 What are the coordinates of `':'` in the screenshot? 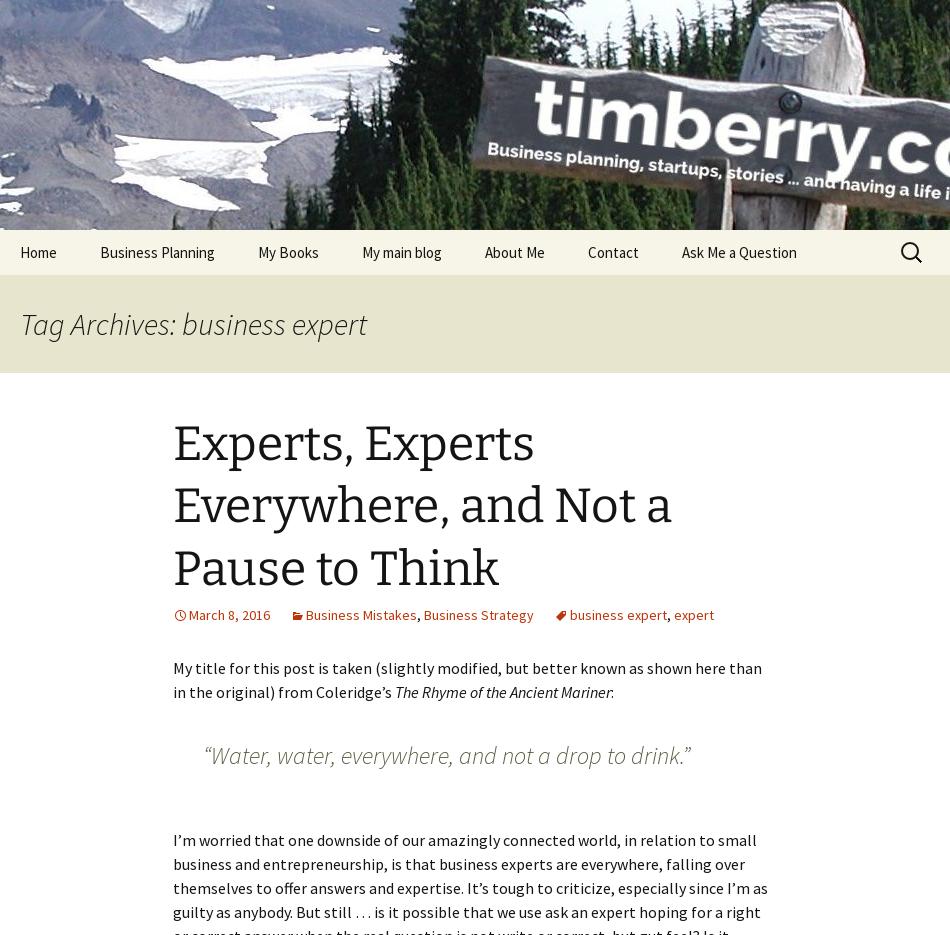 It's located at (612, 690).